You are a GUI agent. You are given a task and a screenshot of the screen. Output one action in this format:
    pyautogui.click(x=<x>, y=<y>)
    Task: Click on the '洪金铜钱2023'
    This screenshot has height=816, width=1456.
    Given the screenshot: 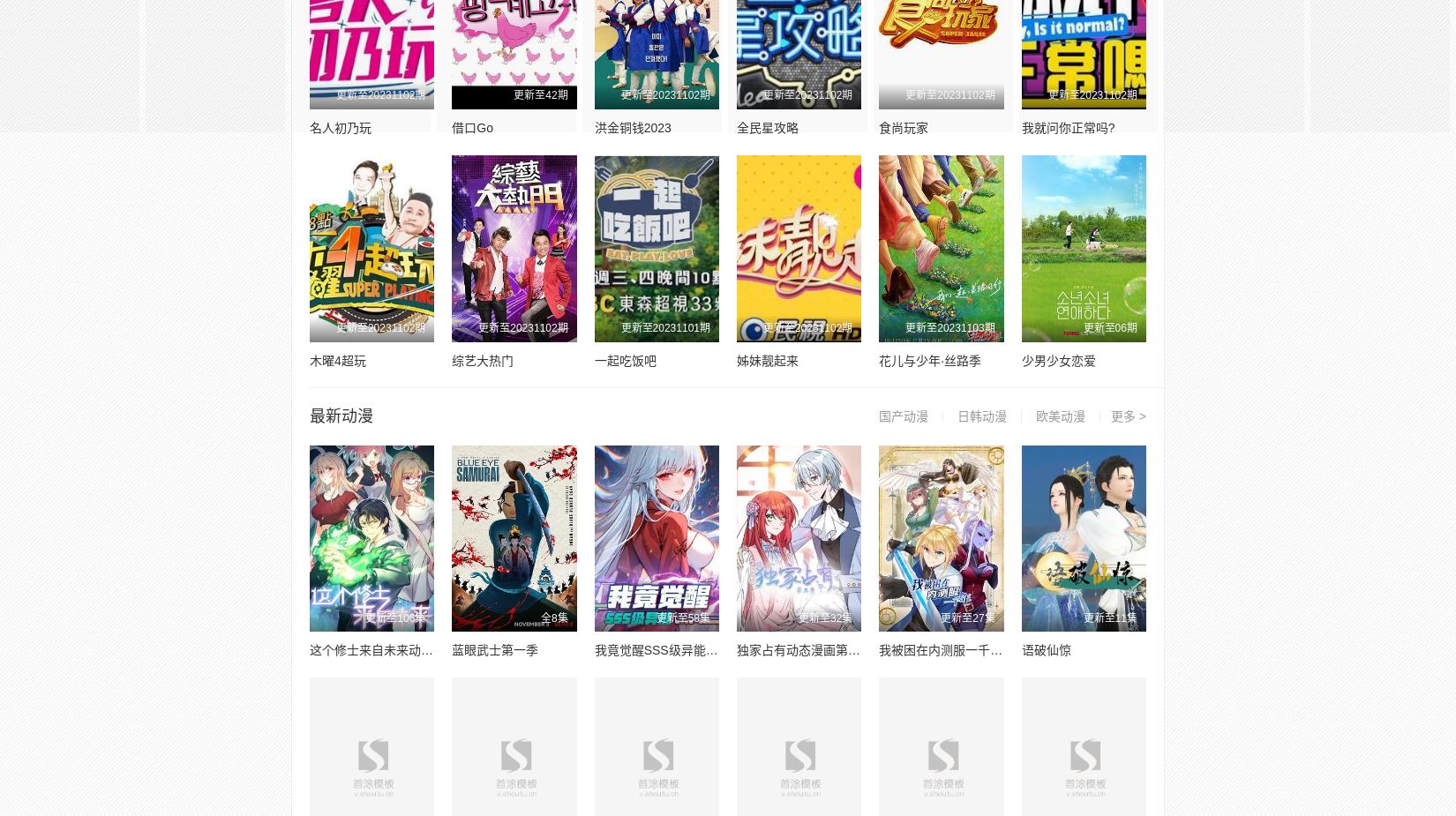 What is the action you would take?
    pyautogui.click(x=631, y=126)
    